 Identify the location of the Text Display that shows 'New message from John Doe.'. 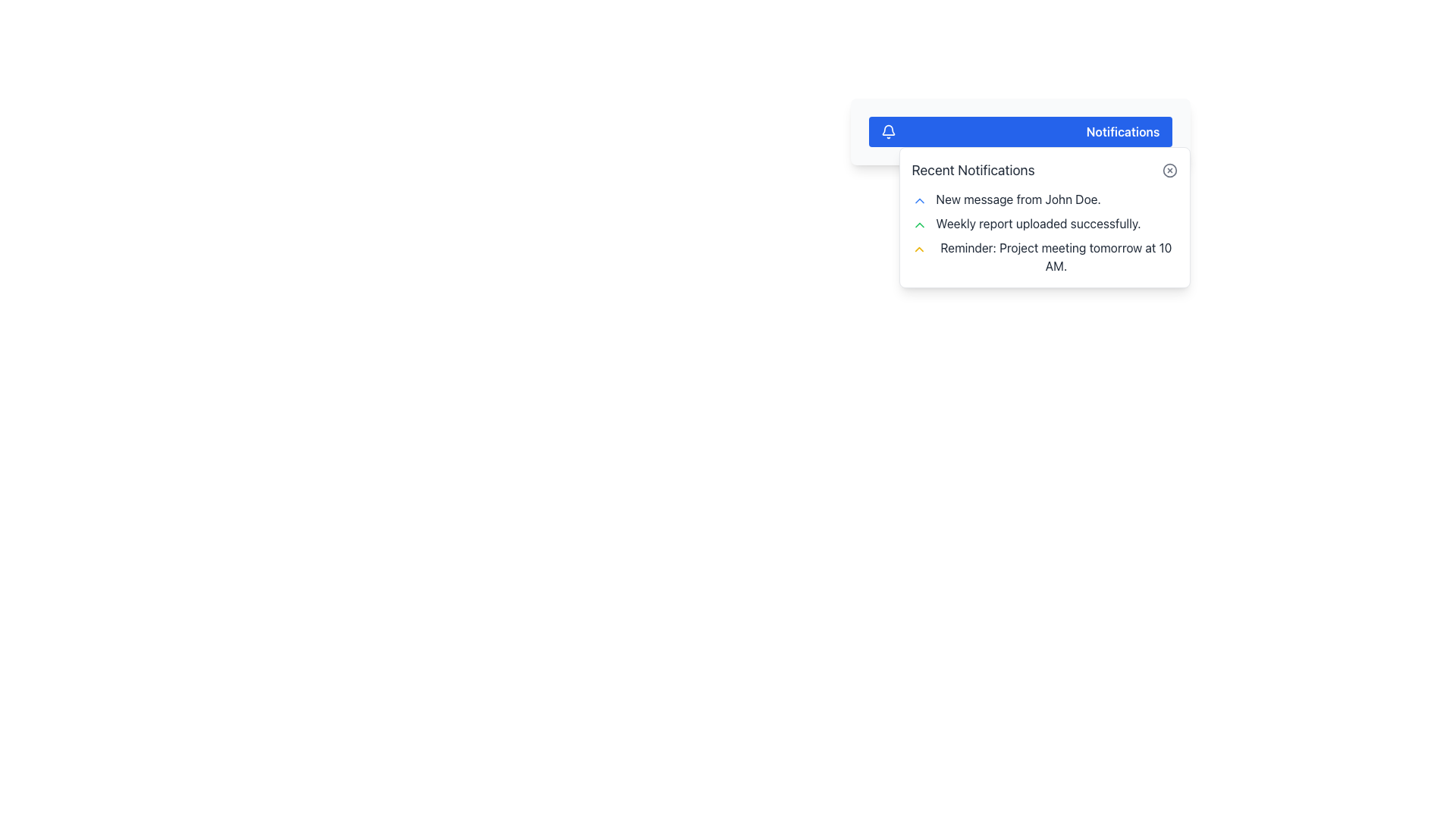
(1018, 198).